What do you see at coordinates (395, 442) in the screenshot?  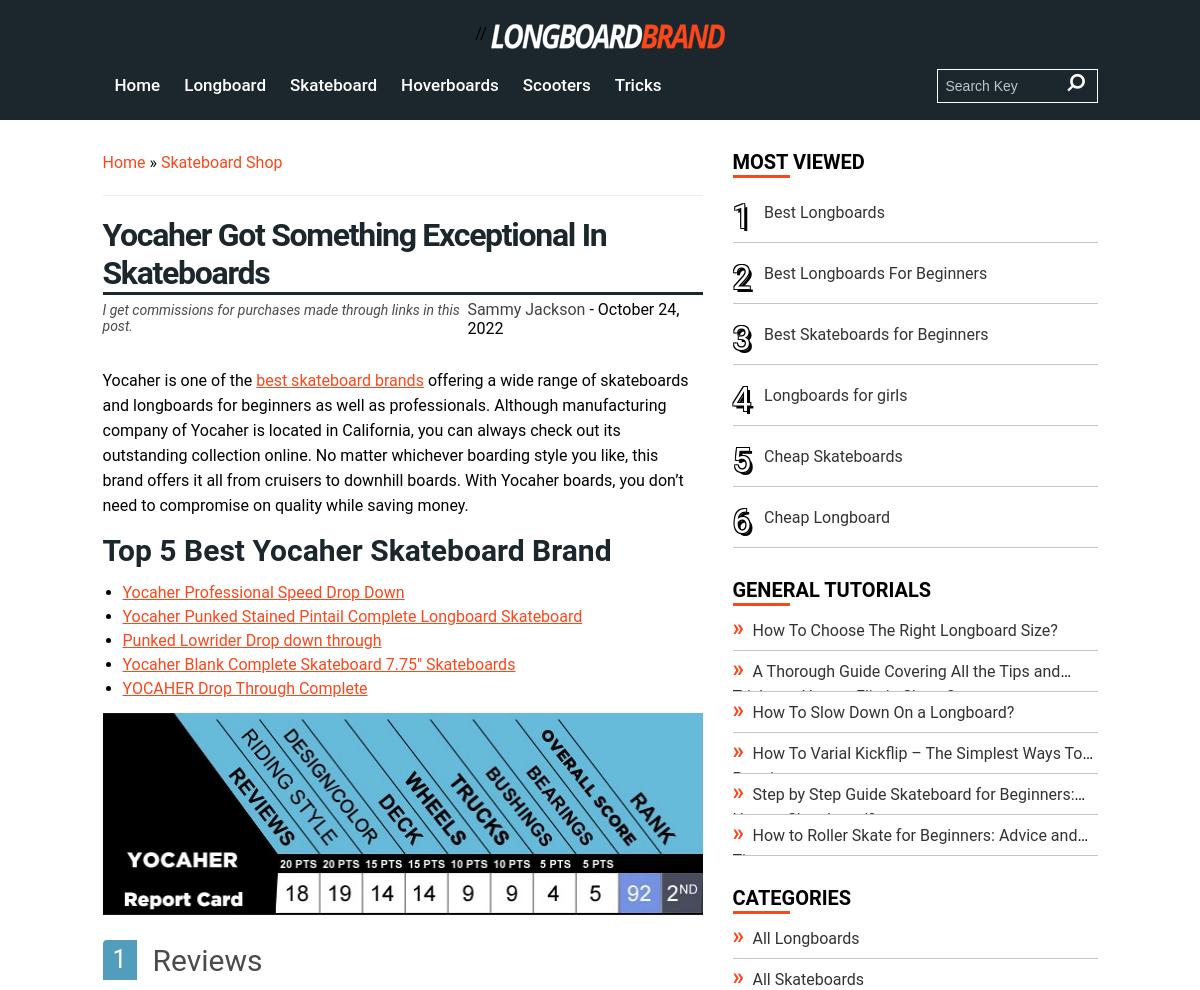 I see `'offering a wide range of skateboards and longboards for beginners as well as professionals. Although manufacturing company of Yocaher is located in California, you can always check out its outstanding collection online. No matter whichever boarding style you like, this brand offers it all from cruisers to downhill boards. With Yocaher boards, you don’t need to compromise on quality while saving money.'` at bounding box center [395, 442].